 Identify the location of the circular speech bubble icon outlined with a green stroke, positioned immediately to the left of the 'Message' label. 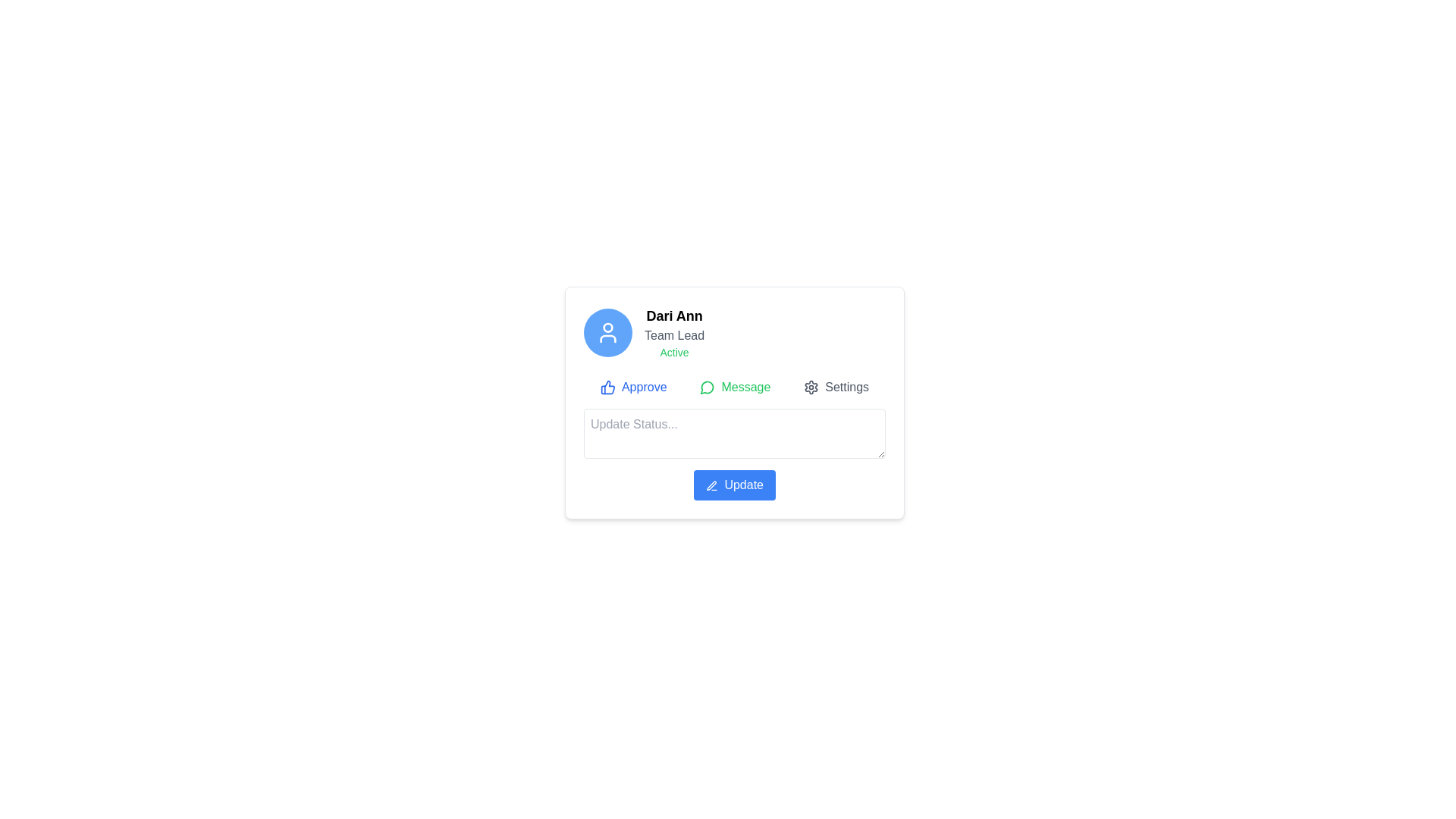
(707, 386).